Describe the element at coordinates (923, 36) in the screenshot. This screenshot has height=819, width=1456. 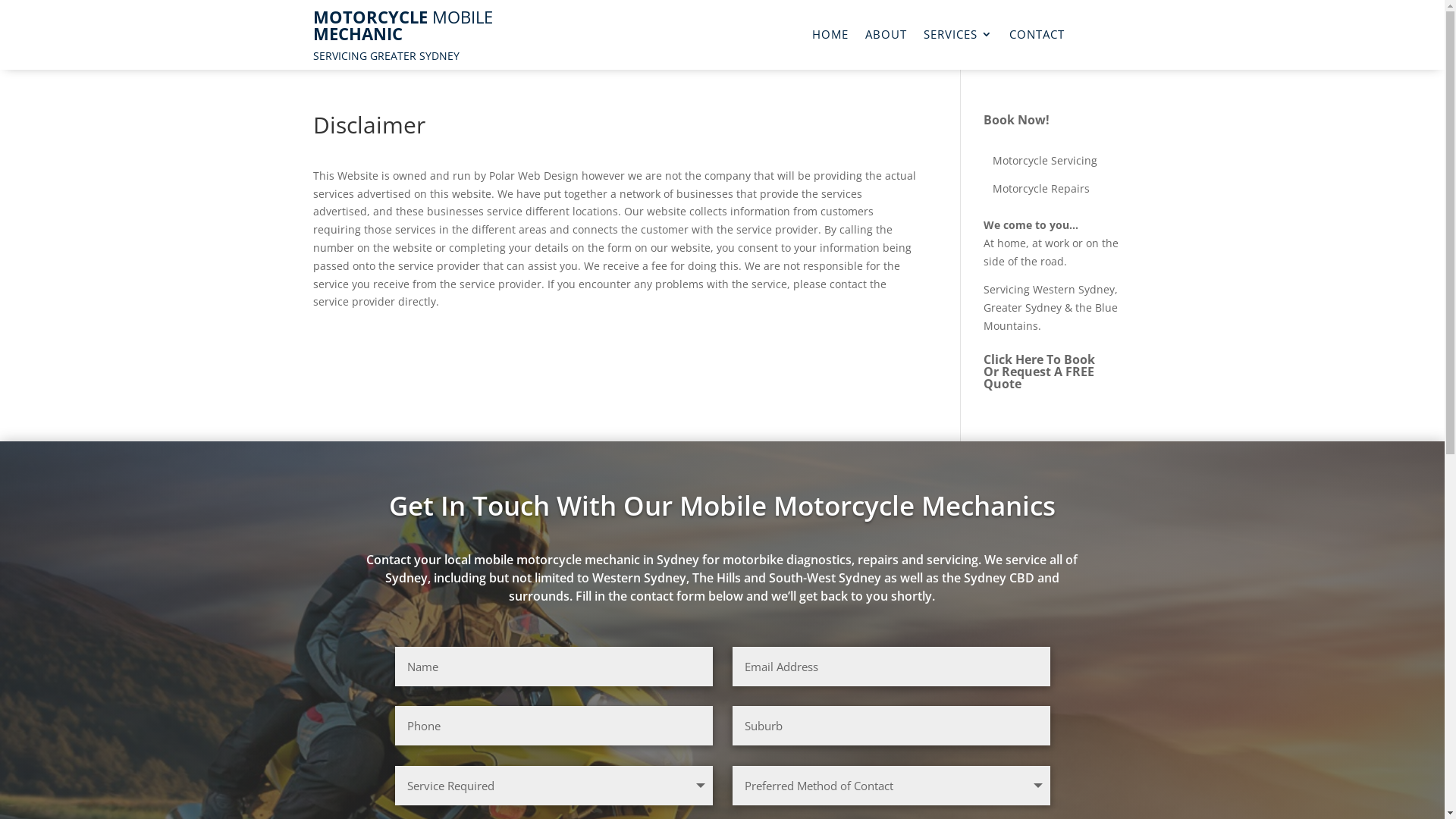
I see `'SERVICES'` at that location.